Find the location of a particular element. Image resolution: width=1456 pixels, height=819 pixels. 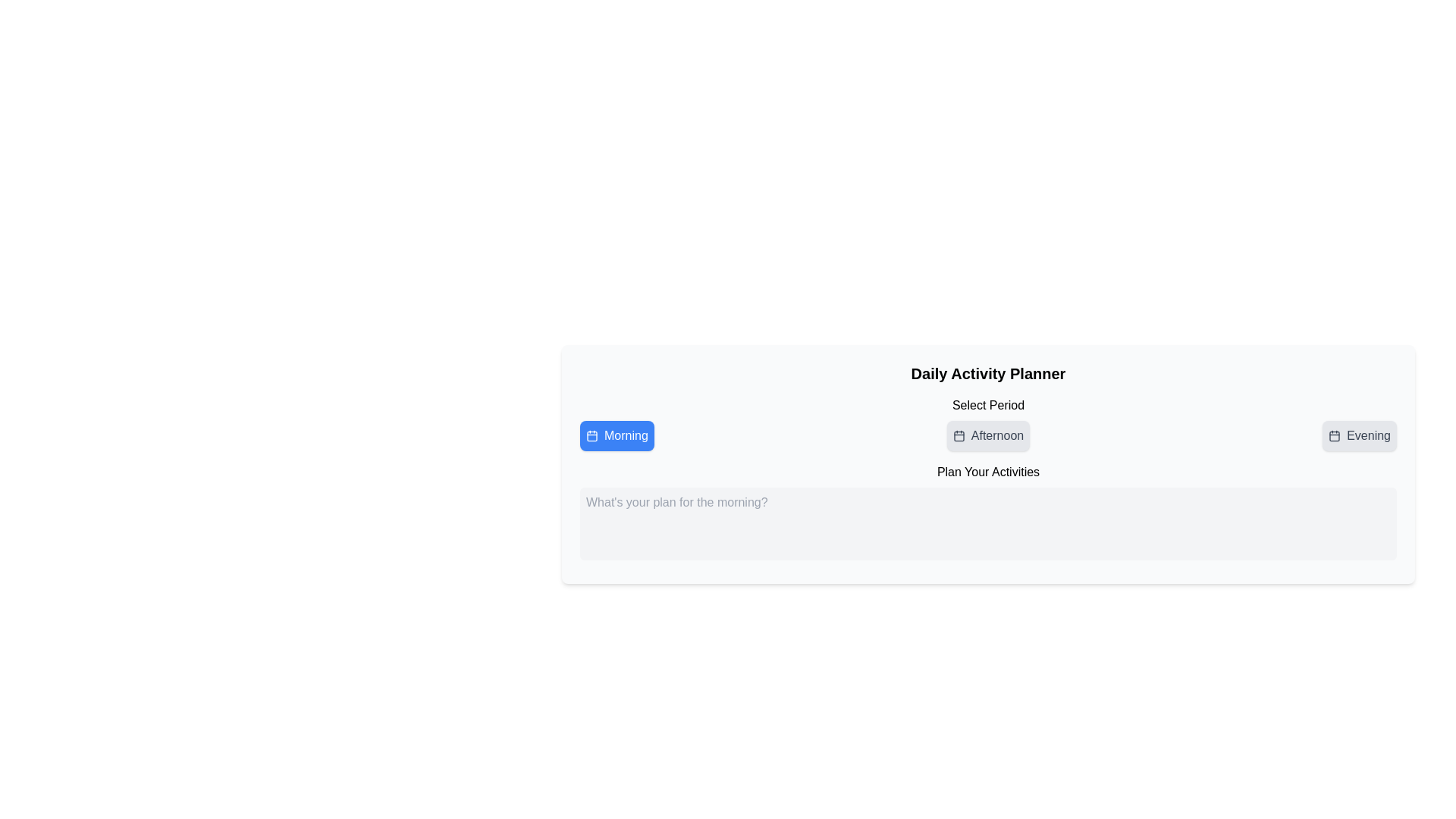

the icon related to scheduling, which is centered within the button labeled 'Afternoon', located to the left of the text is located at coordinates (958, 435).